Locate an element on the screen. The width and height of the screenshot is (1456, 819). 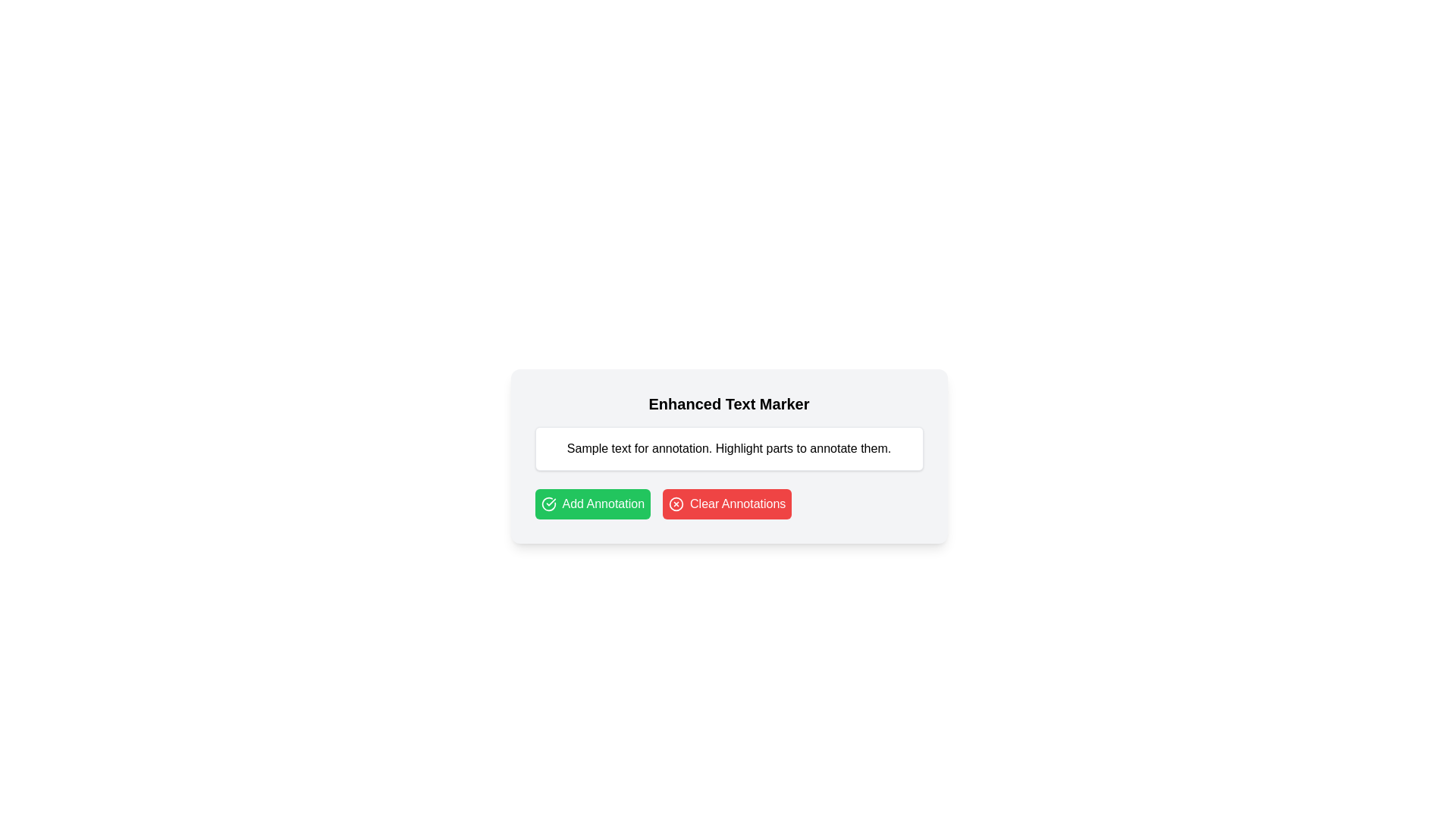
the letter 'g' in the highlighted word 'Highlight' within the text 'Sample text for annotation. Highlight parts to annotate them.' is located at coordinates (730, 447).